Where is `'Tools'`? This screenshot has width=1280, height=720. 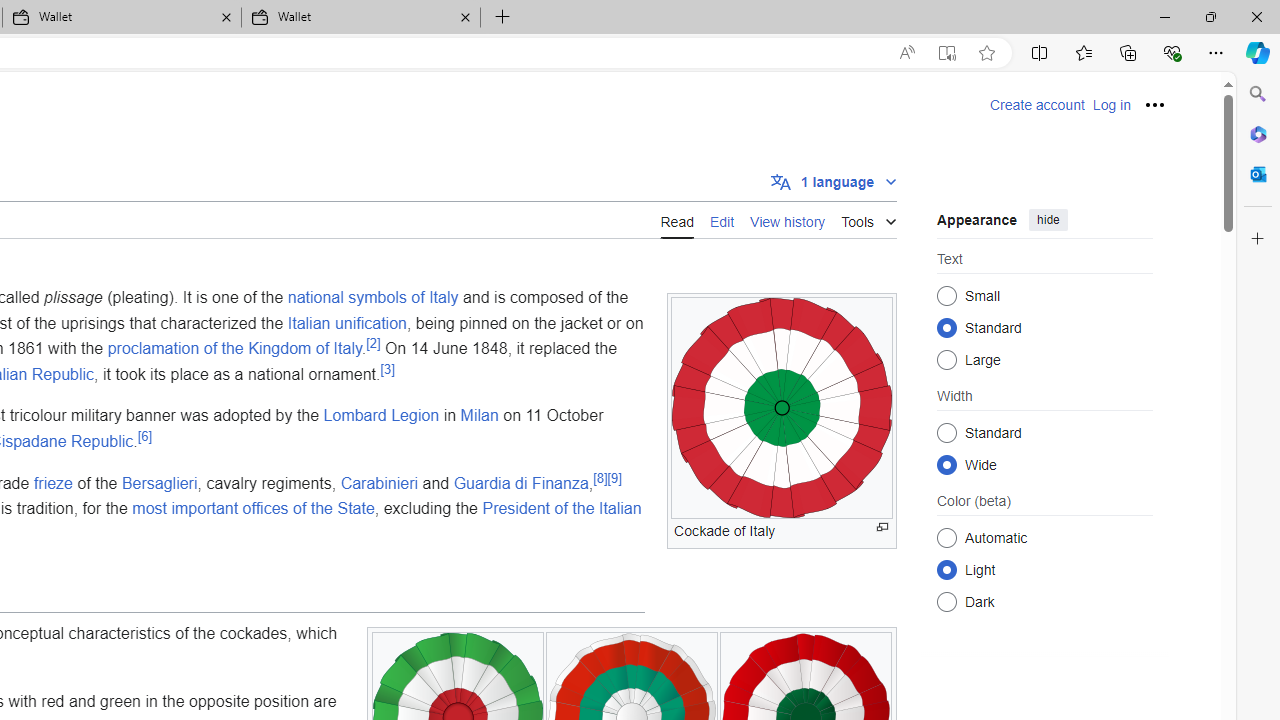
'Tools' is located at coordinates (869, 218).